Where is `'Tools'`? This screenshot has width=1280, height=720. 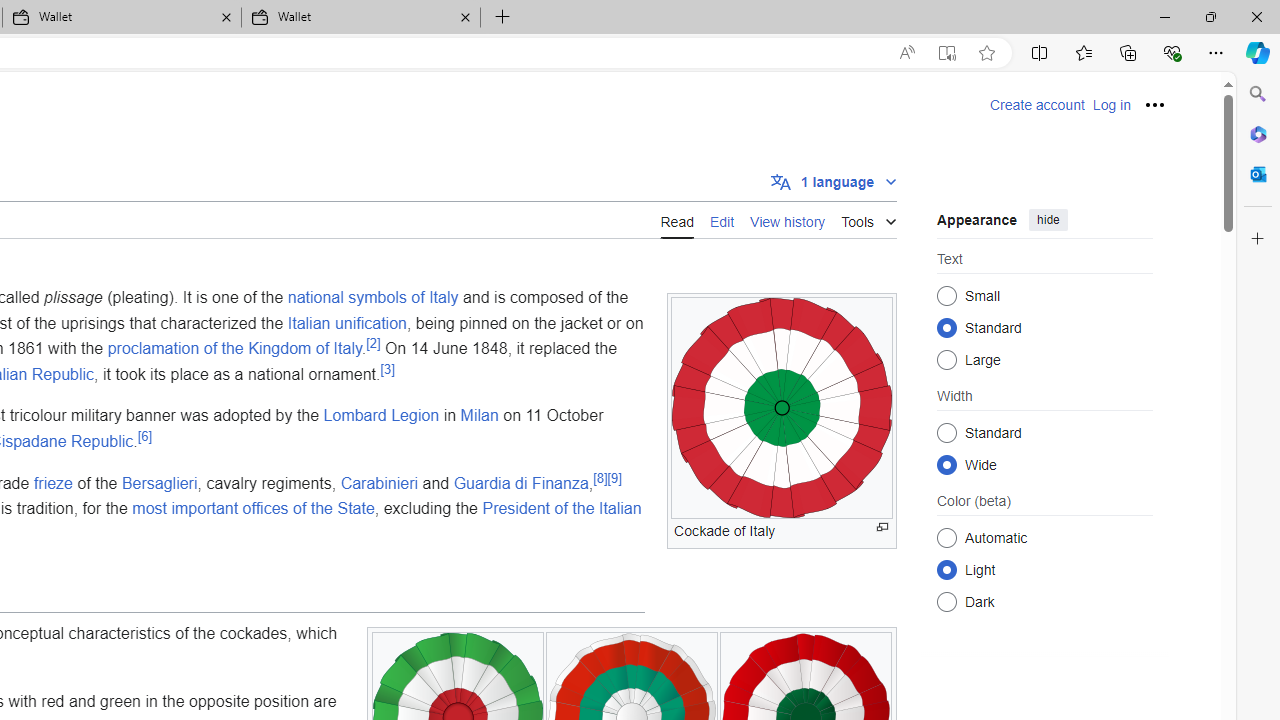
'Tools' is located at coordinates (869, 218).